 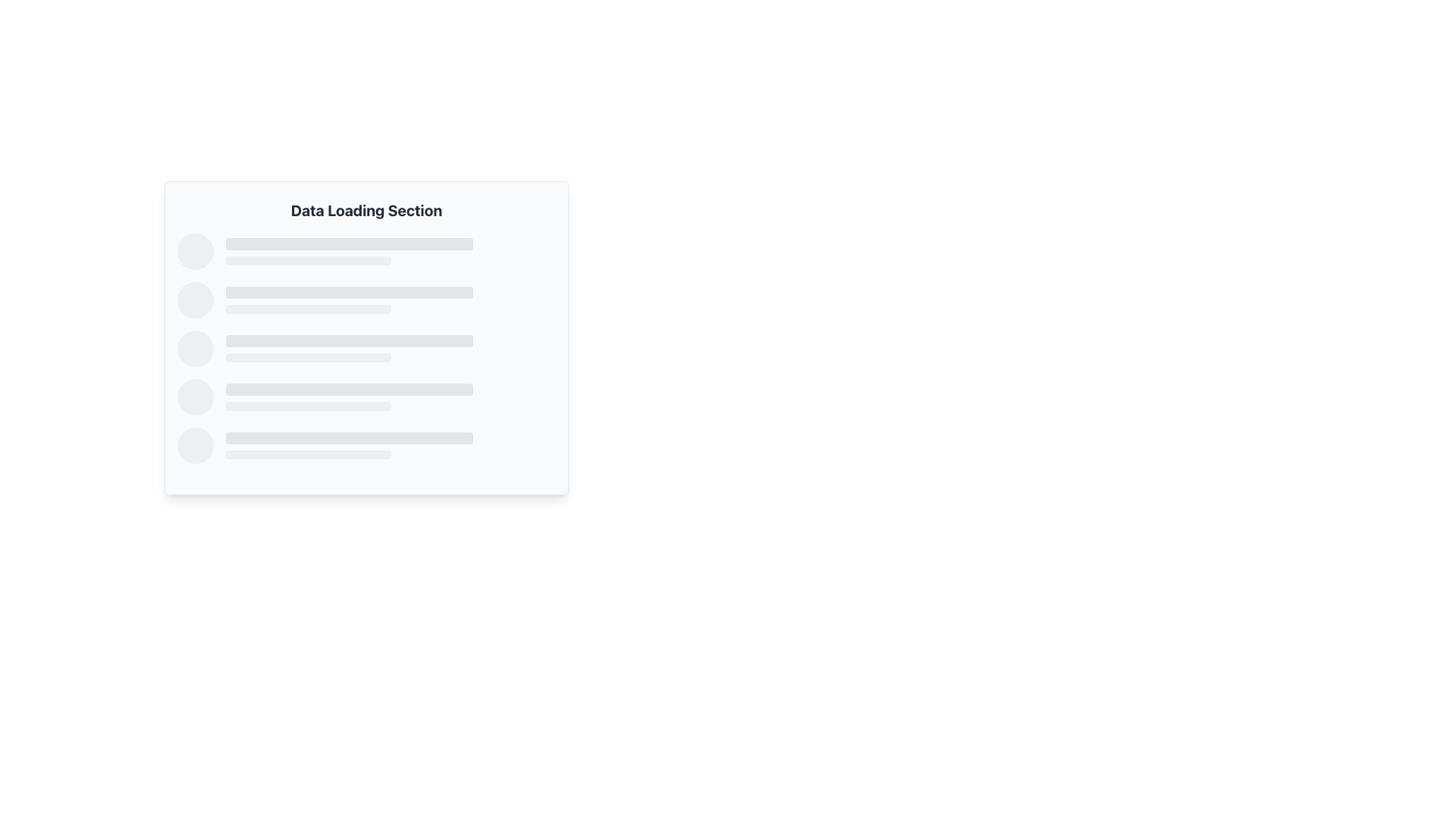 What do you see at coordinates (366, 348) in the screenshot?
I see `the third item in a vertical list of UI loading placeholders, which serves as a loading indicator for content being fetched` at bounding box center [366, 348].